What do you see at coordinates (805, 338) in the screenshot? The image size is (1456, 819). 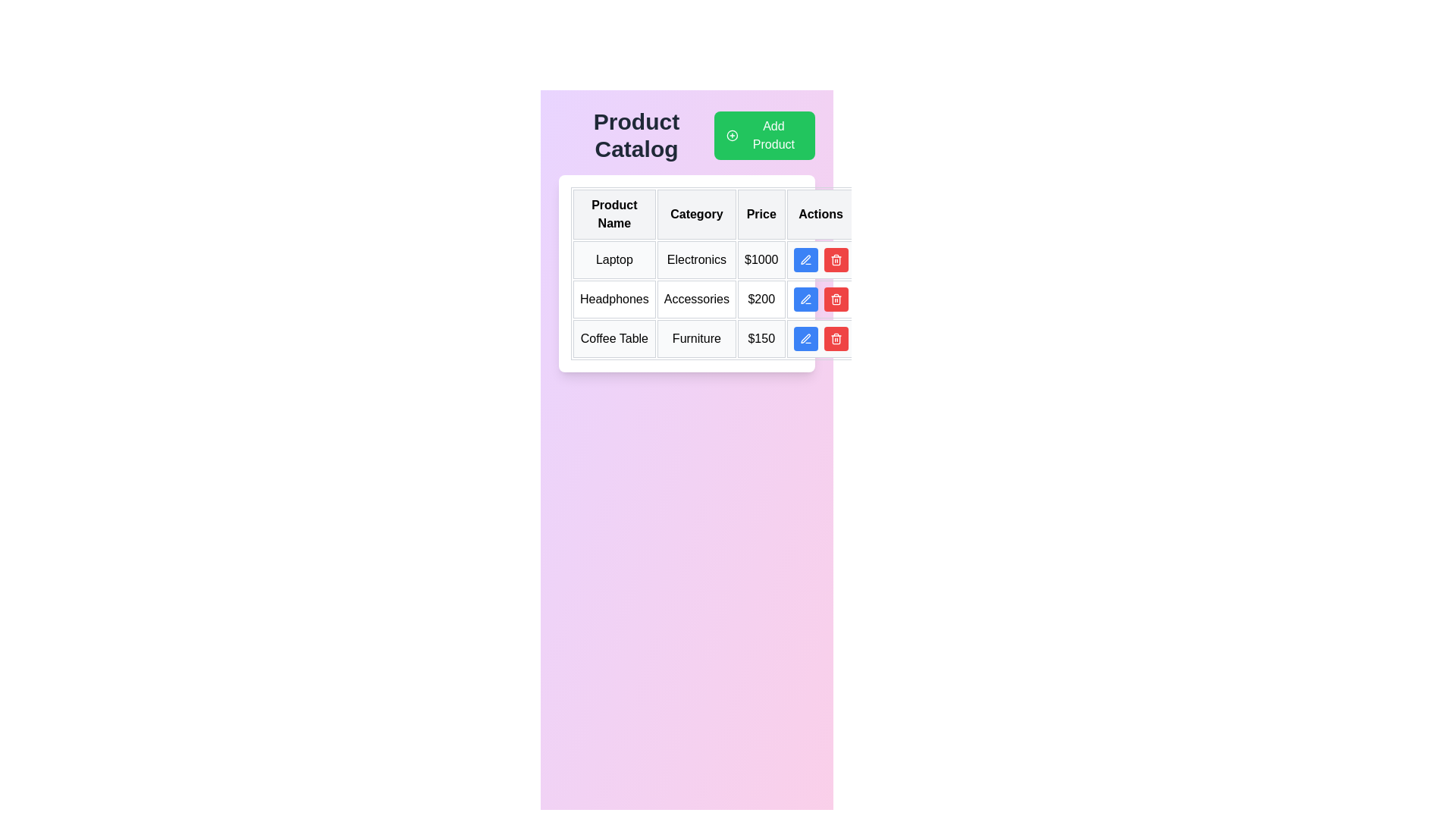 I see `the leftmost button in the 'Actions' column of the third row in the data table` at bounding box center [805, 338].